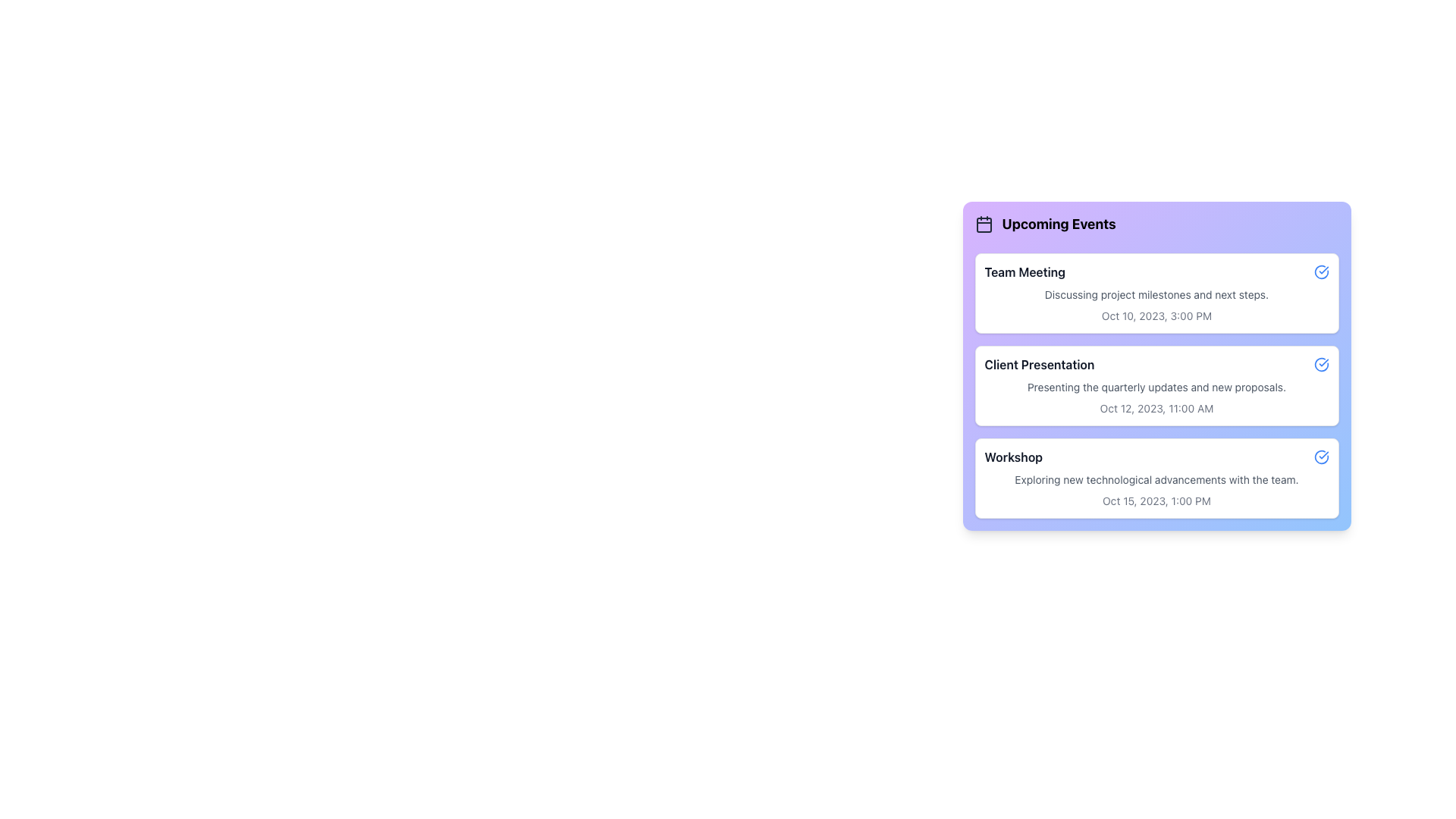 The height and width of the screenshot is (819, 1456). I want to click on the informational text label indicating the time of the 'Team Meeting' event, which displays 'Oct 10, 2023, 3:00 PM', so click(1190, 315).